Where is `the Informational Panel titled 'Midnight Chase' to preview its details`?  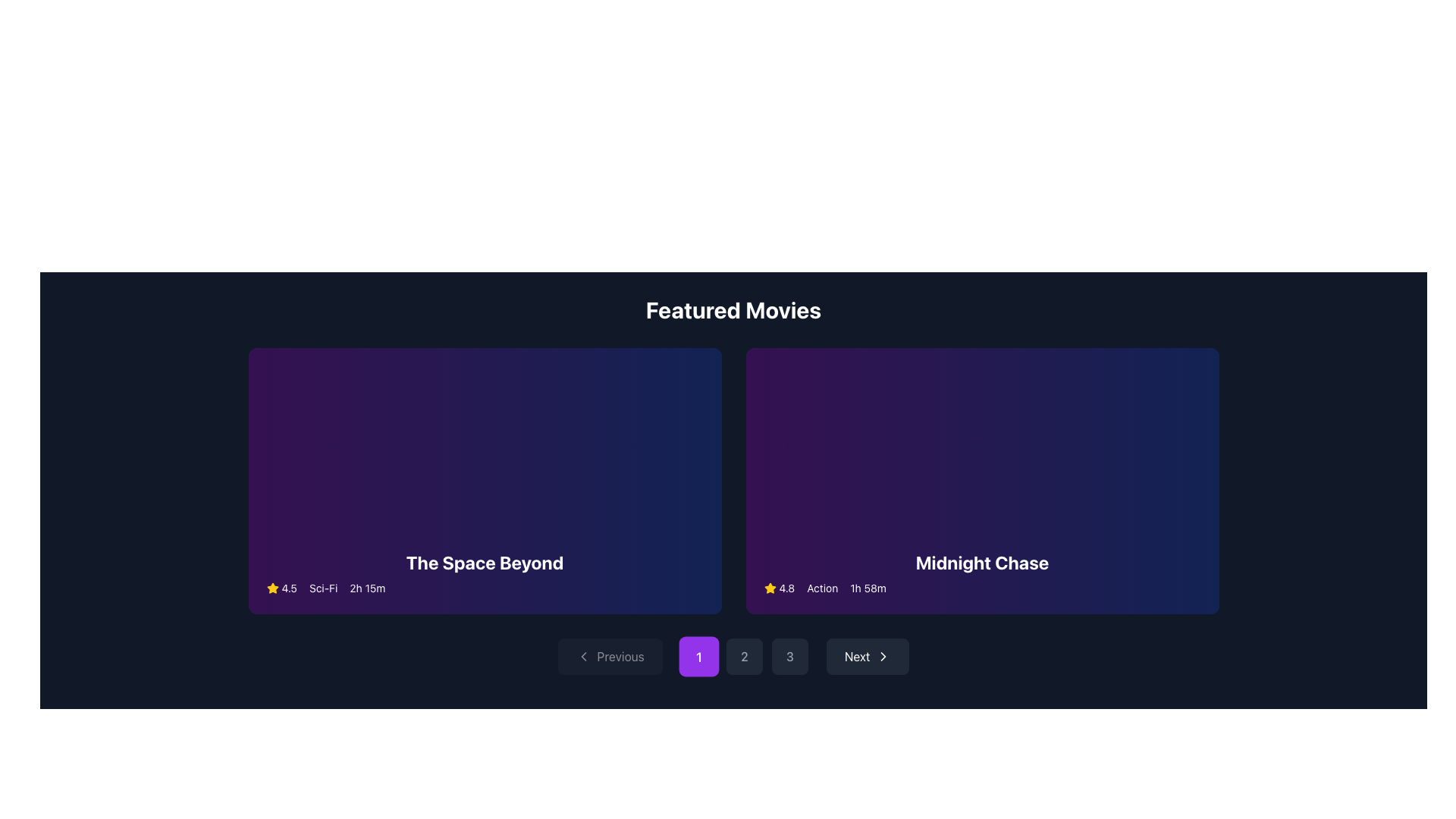
the Informational Panel titled 'Midnight Chase' to preview its details is located at coordinates (982, 573).